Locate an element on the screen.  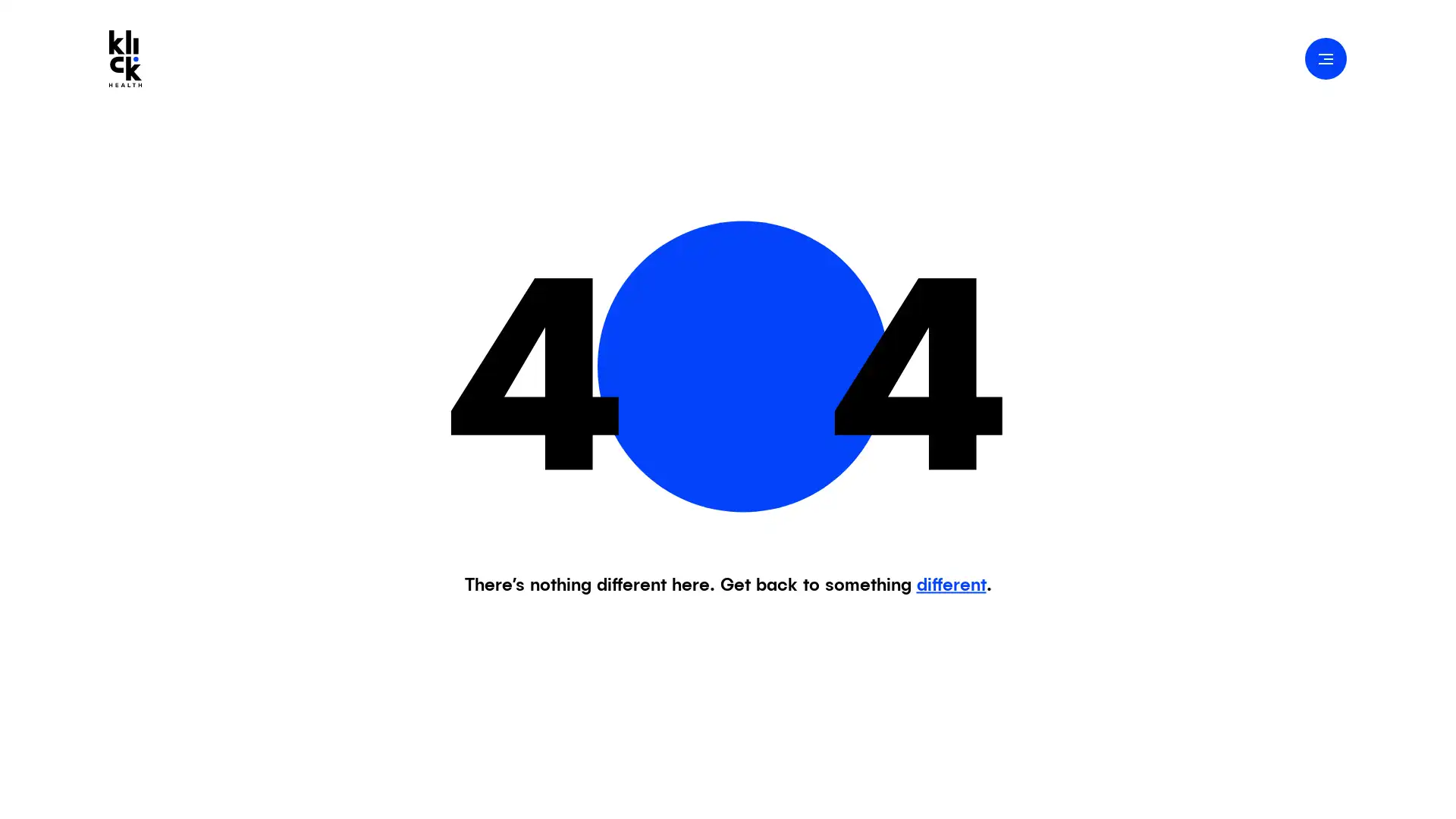
Open Navigation is located at coordinates (1325, 58).